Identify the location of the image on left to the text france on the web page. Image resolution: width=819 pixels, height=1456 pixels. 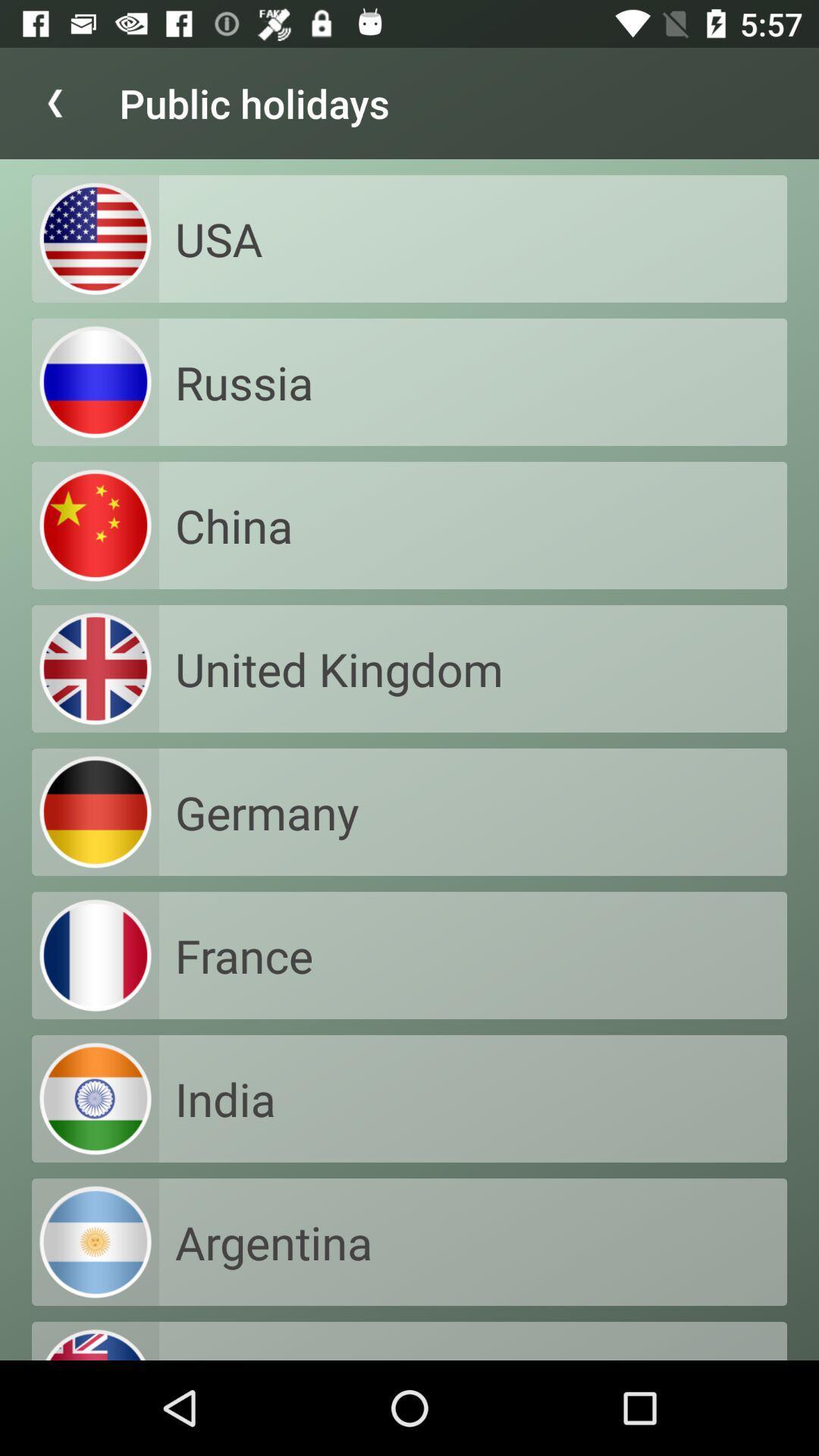
(96, 954).